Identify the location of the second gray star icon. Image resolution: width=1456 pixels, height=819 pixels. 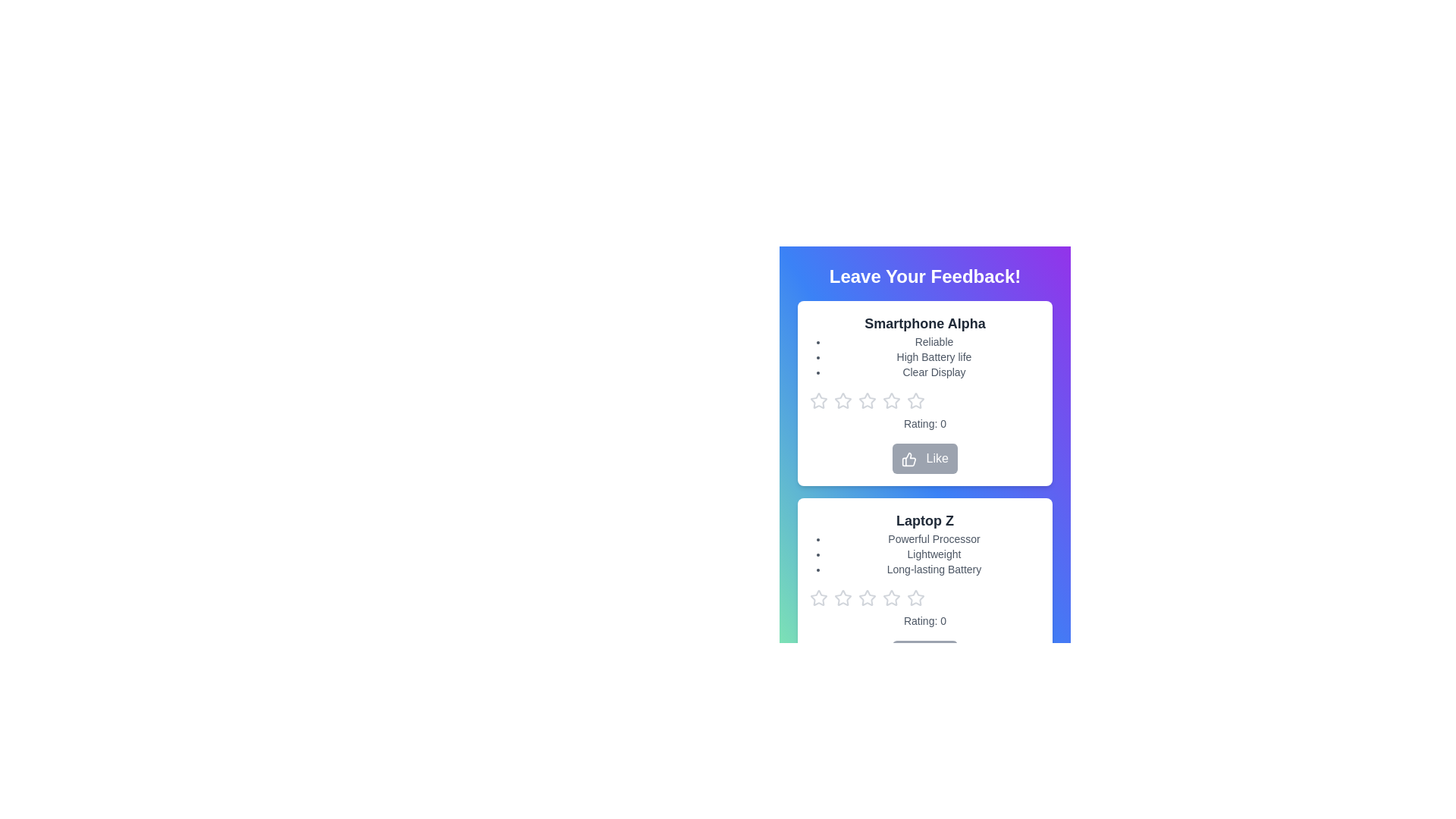
(843, 598).